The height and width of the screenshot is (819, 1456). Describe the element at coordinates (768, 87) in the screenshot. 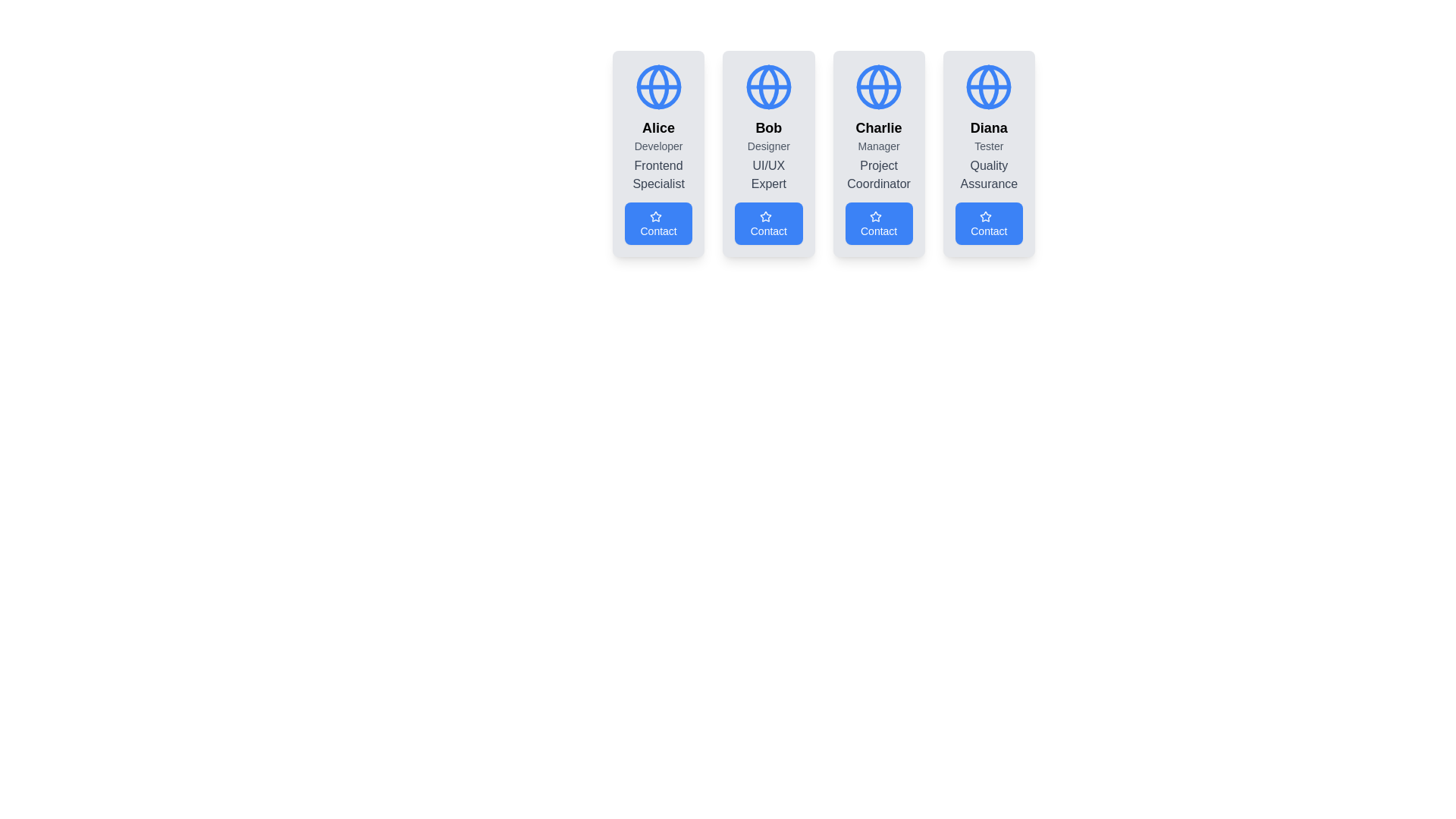

I see `the globe icon SVG, which is styled with rounded lines and positioned at the top of the card titled 'Bob' in a horizontal card layout` at that location.